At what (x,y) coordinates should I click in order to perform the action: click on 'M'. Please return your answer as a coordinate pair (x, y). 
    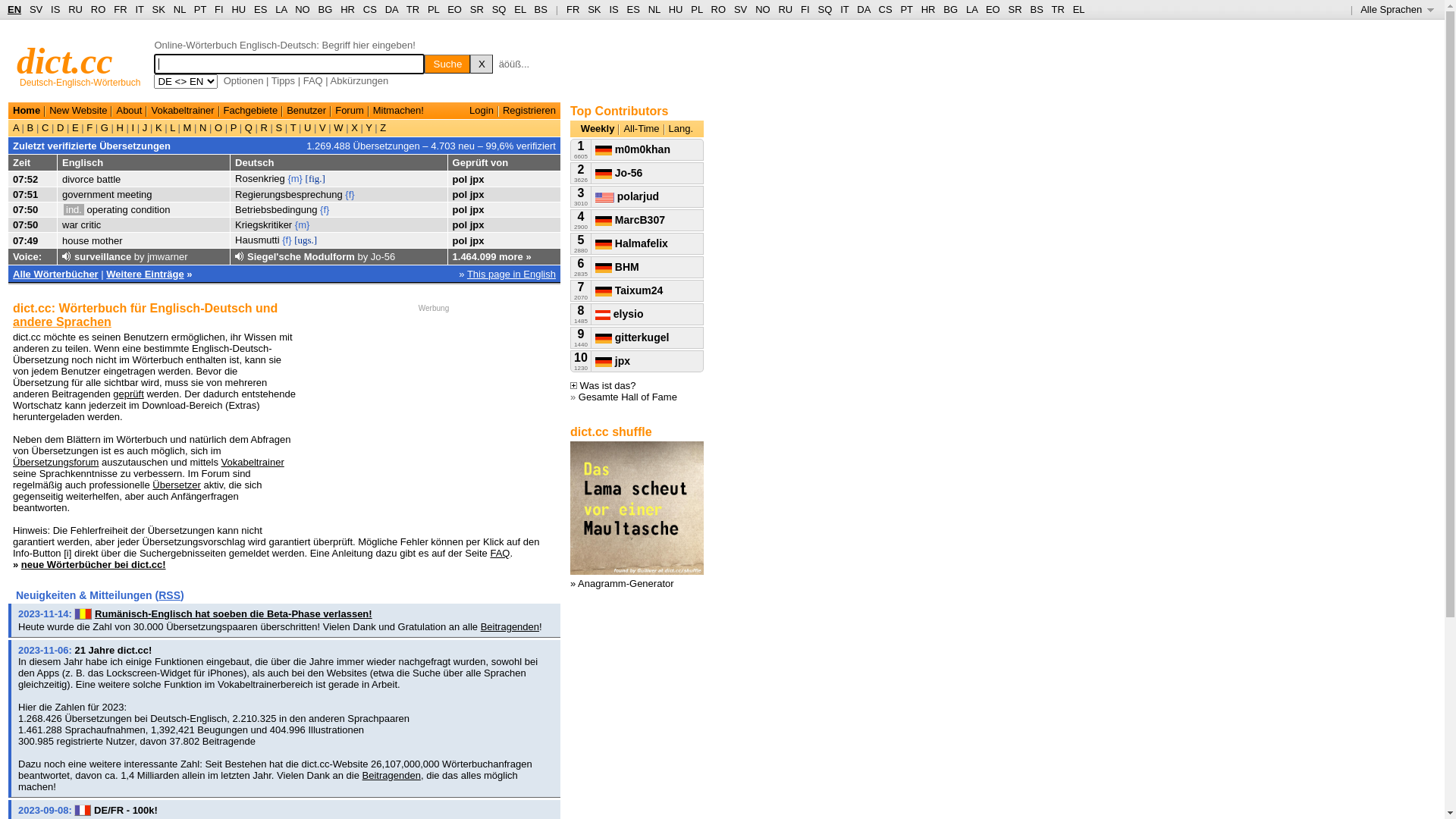
    Looking at the image, I should click on (186, 127).